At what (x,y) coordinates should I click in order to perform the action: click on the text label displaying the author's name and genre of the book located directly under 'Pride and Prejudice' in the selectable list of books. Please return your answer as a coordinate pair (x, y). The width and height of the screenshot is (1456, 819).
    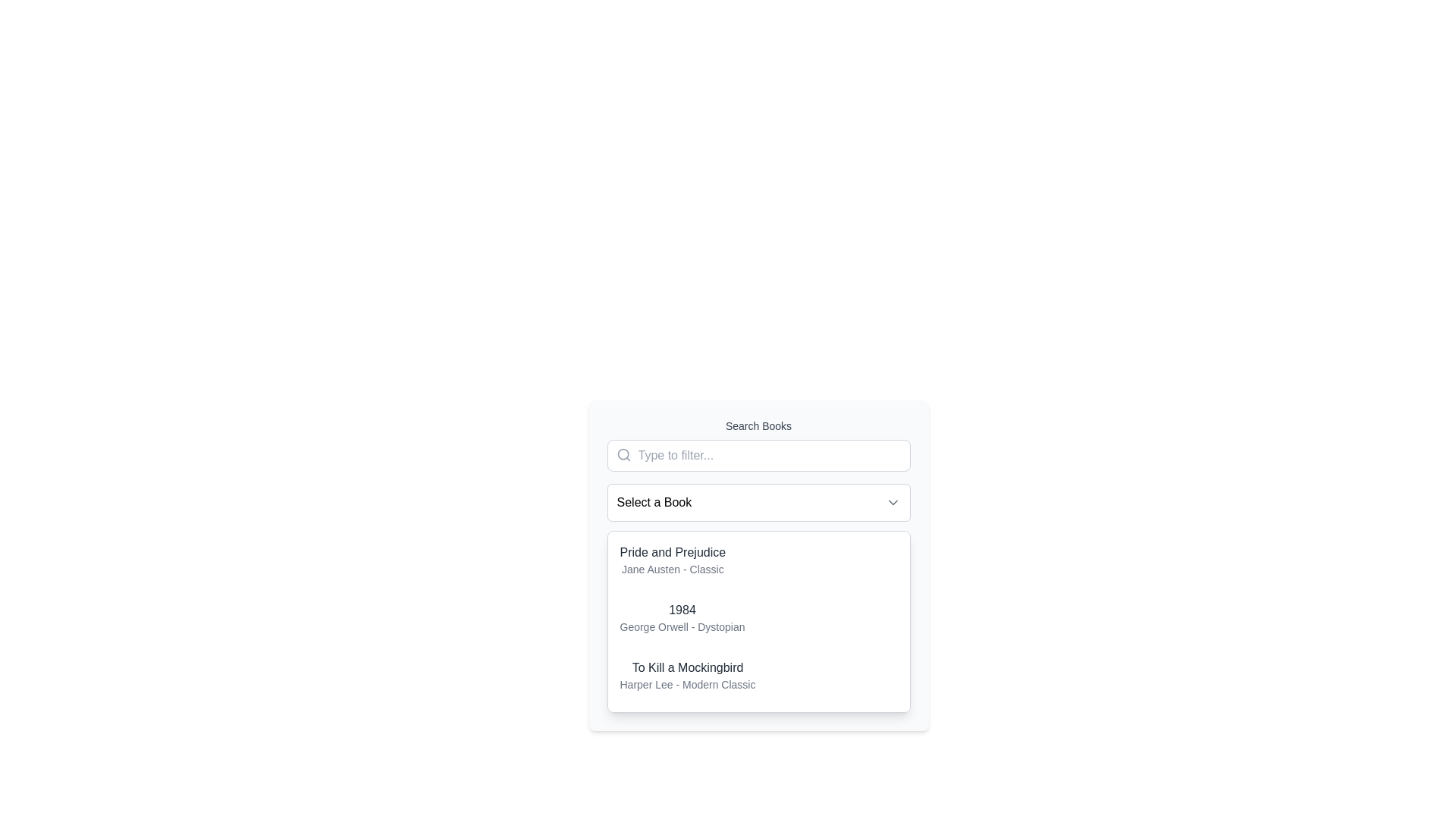
    Looking at the image, I should click on (672, 570).